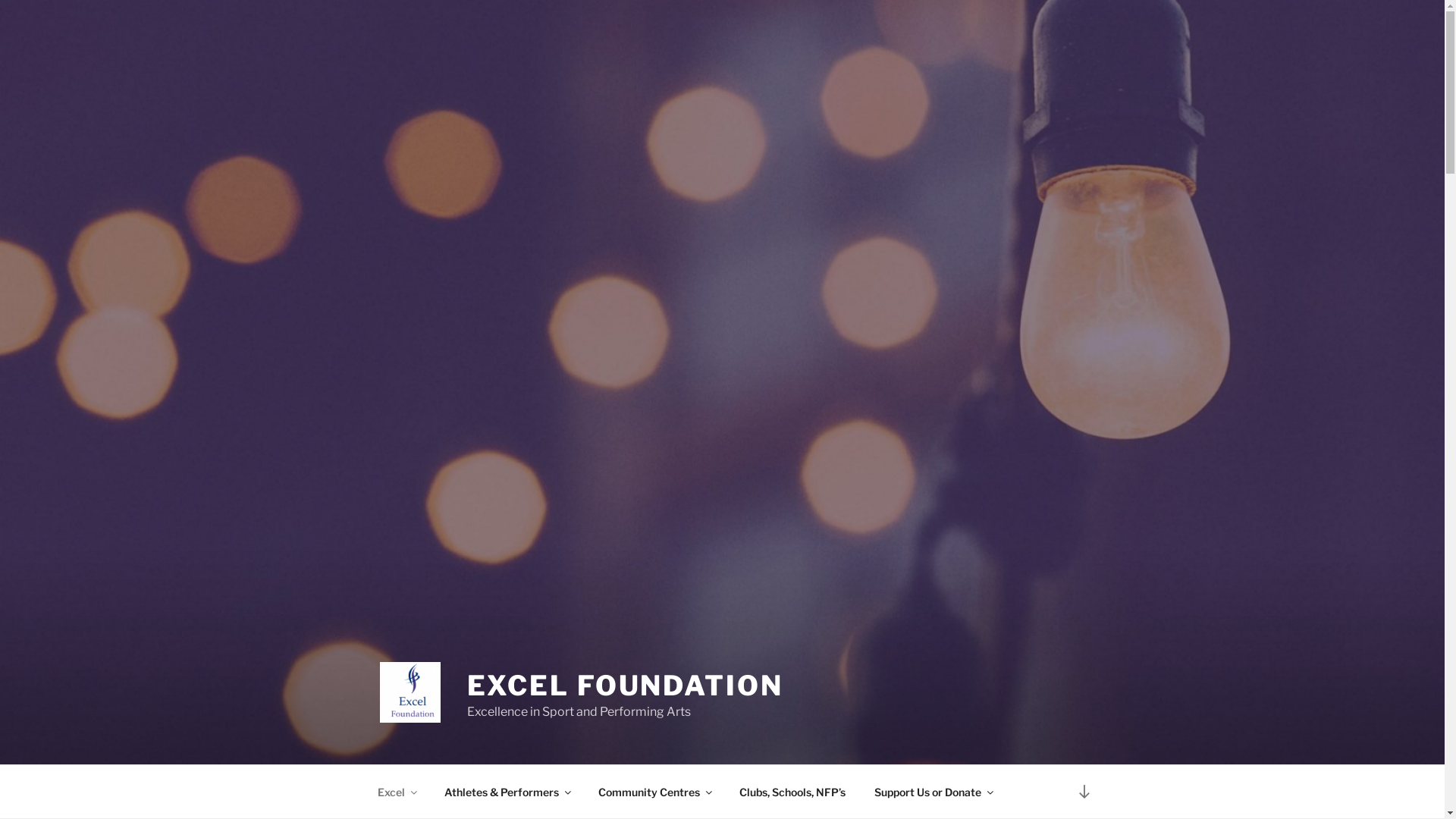 The width and height of the screenshot is (1456, 819). What do you see at coordinates (1083, 790) in the screenshot?
I see `'Scroll down to content'` at bounding box center [1083, 790].